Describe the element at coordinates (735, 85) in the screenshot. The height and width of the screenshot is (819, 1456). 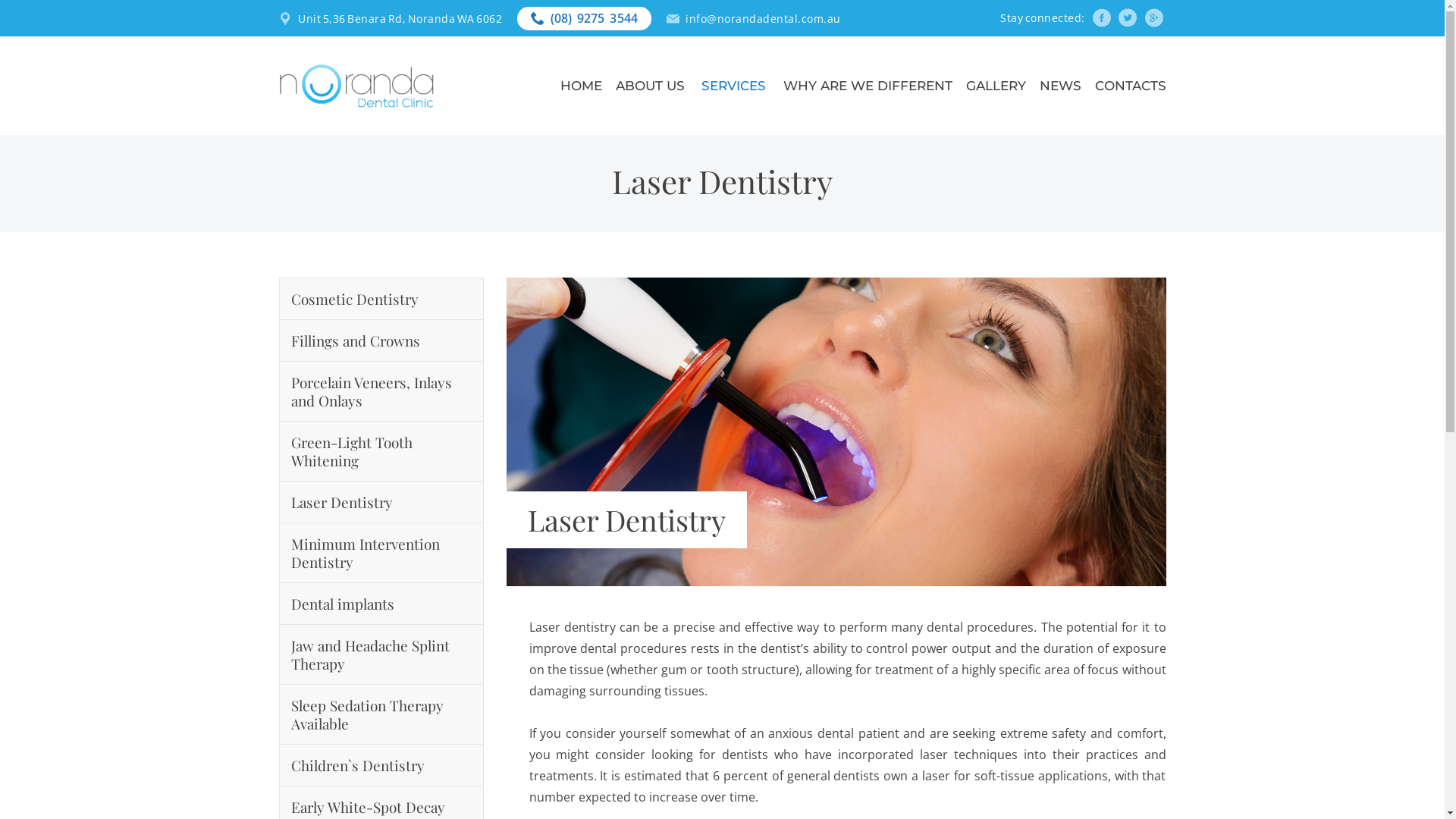
I see `'SERVICES'` at that location.